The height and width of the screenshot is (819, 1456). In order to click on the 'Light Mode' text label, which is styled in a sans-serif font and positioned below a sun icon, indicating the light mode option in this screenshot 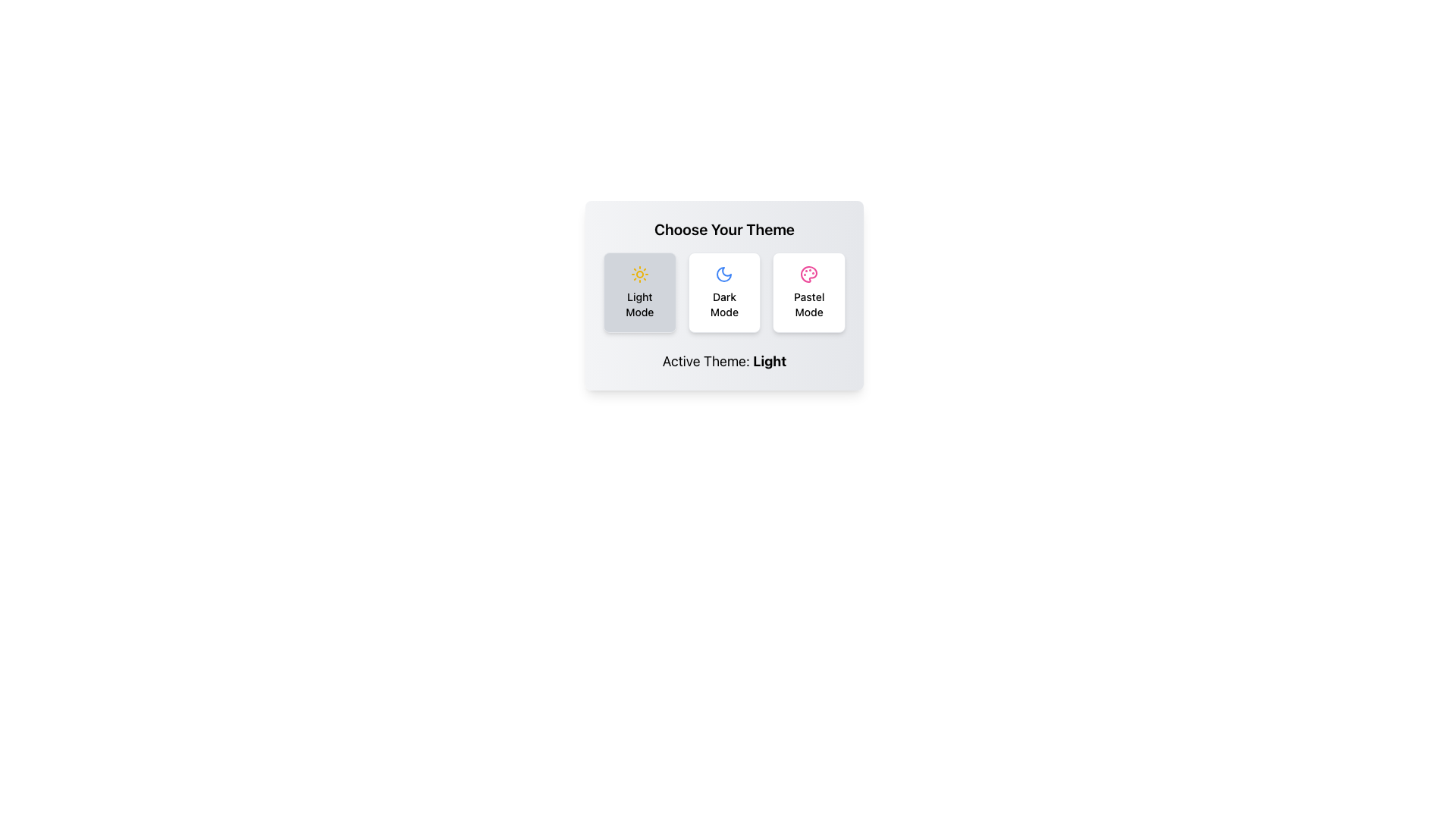, I will do `click(639, 304)`.